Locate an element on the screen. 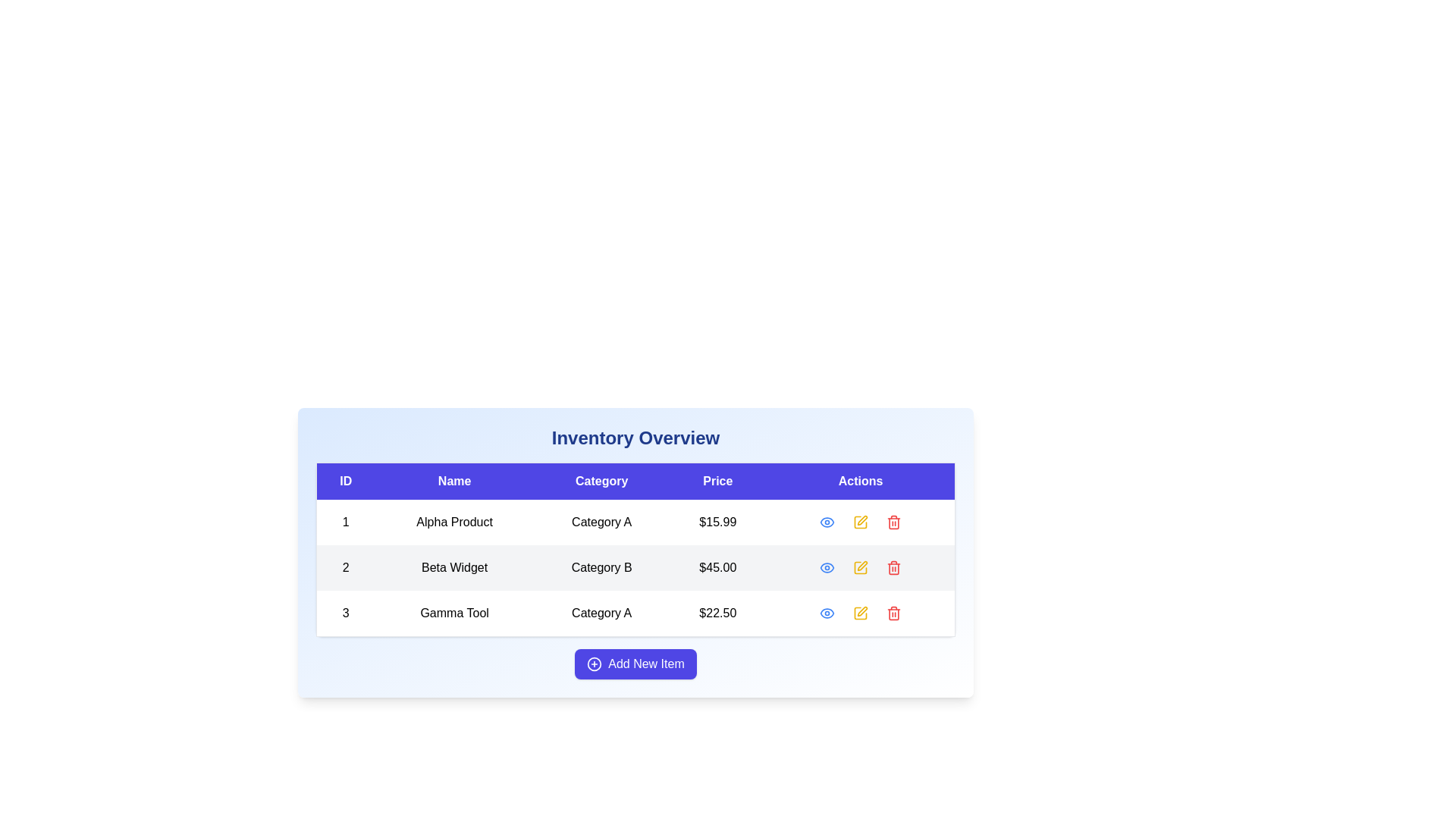 This screenshot has width=1456, height=819. the red trash can icon in the 'Actions' column of the third item, 'Gamma Tool,' is located at coordinates (894, 613).